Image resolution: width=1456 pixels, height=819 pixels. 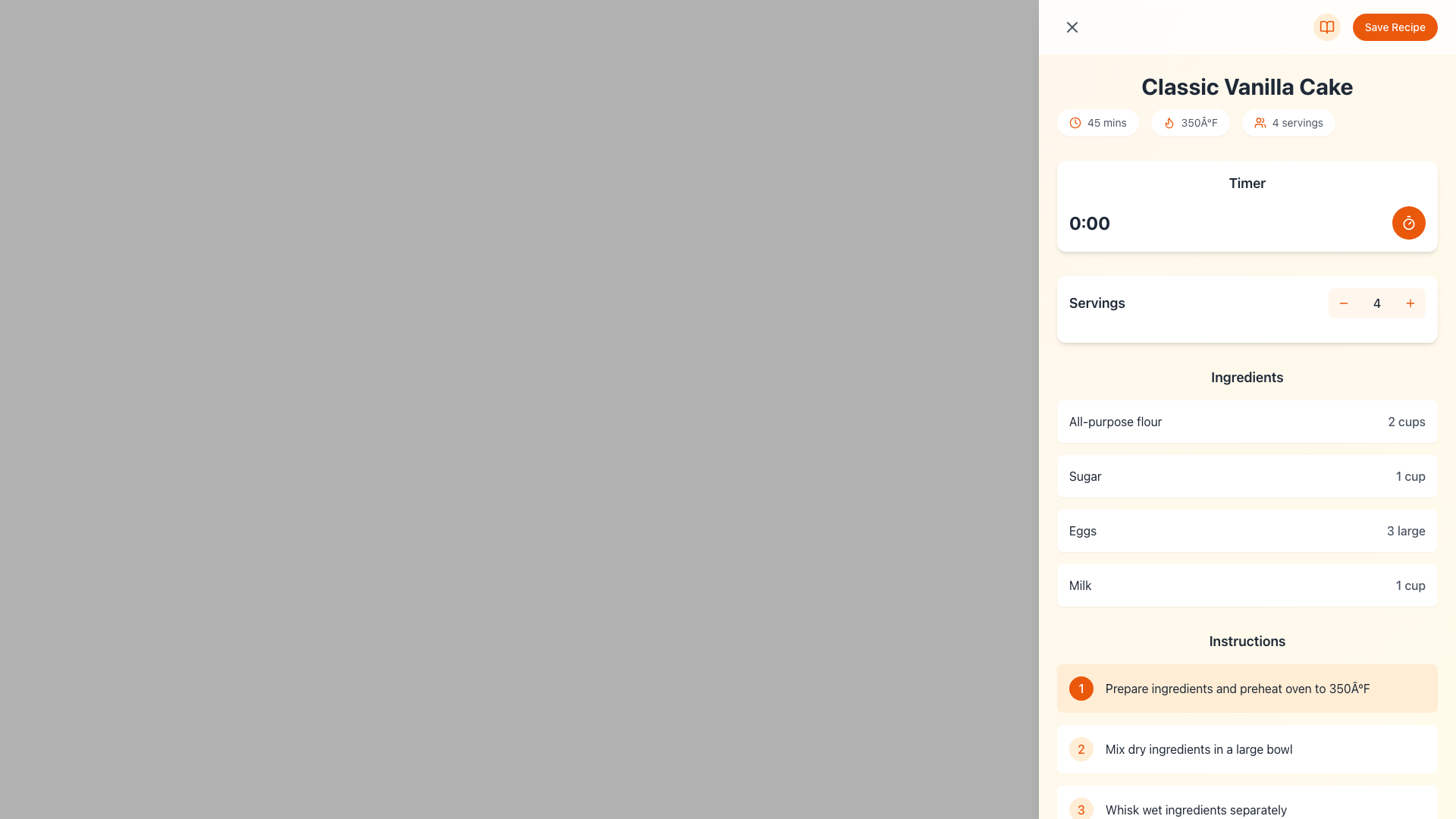 What do you see at coordinates (1343, 303) in the screenshot?
I see `the icon button featuring a minus sign, located in the 'Servings' adjustment section to decrease the serving count` at bounding box center [1343, 303].